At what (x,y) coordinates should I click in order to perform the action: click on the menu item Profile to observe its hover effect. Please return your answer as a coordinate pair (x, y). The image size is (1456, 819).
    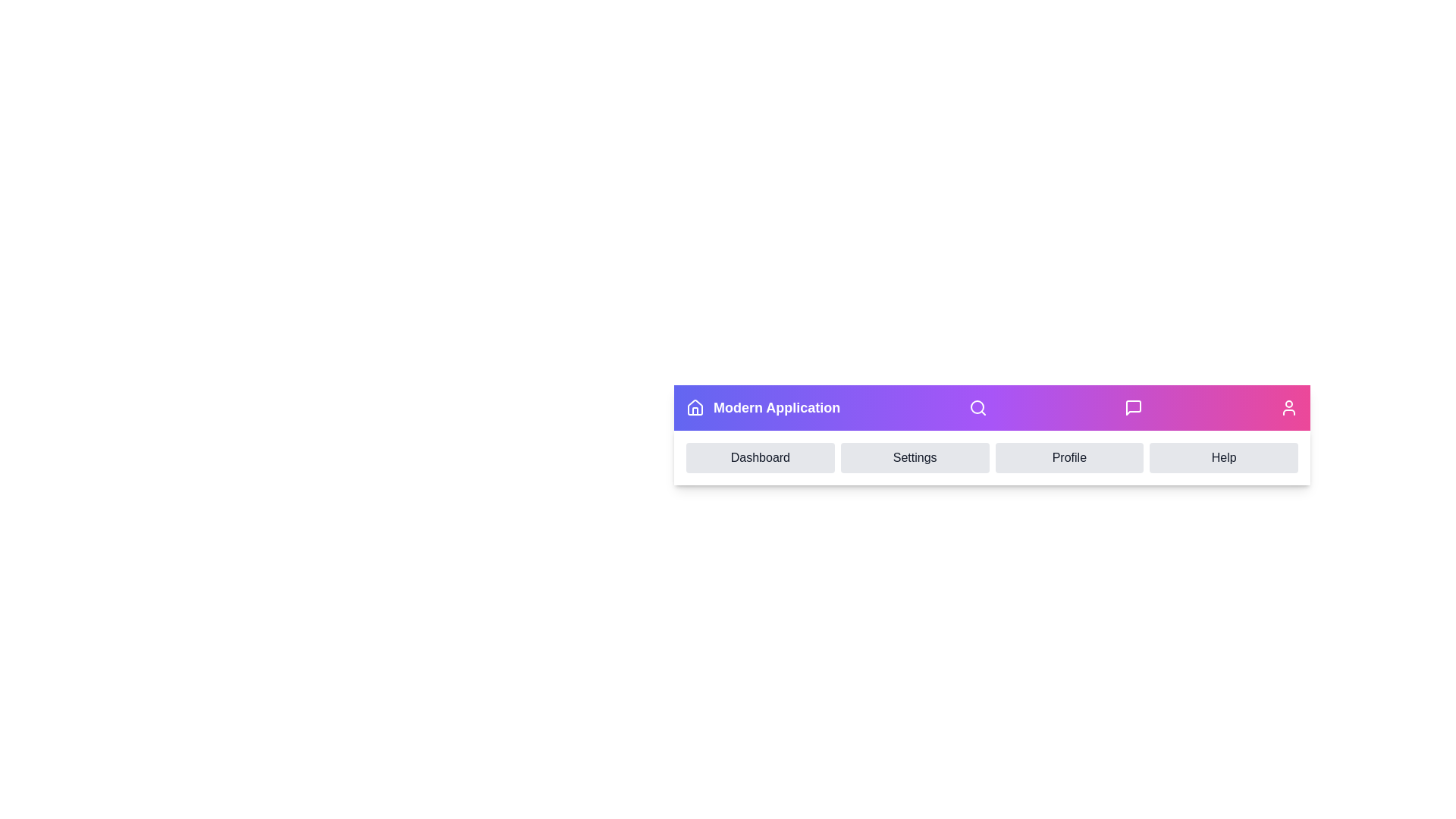
    Looking at the image, I should click on (1068, 457).